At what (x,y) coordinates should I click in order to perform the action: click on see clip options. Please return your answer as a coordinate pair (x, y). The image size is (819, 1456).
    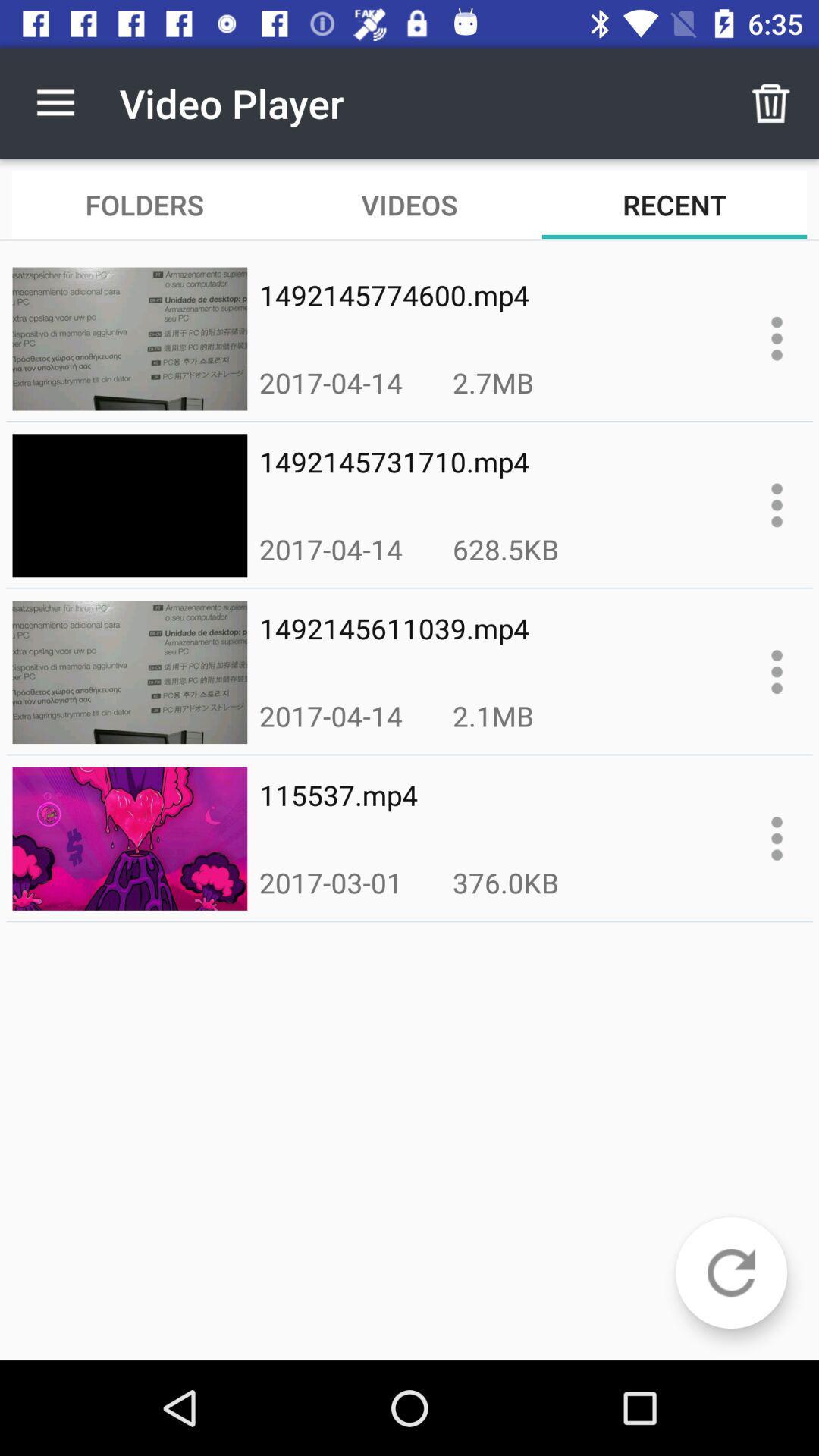
    Looking at the image, I should click on (777, 505).